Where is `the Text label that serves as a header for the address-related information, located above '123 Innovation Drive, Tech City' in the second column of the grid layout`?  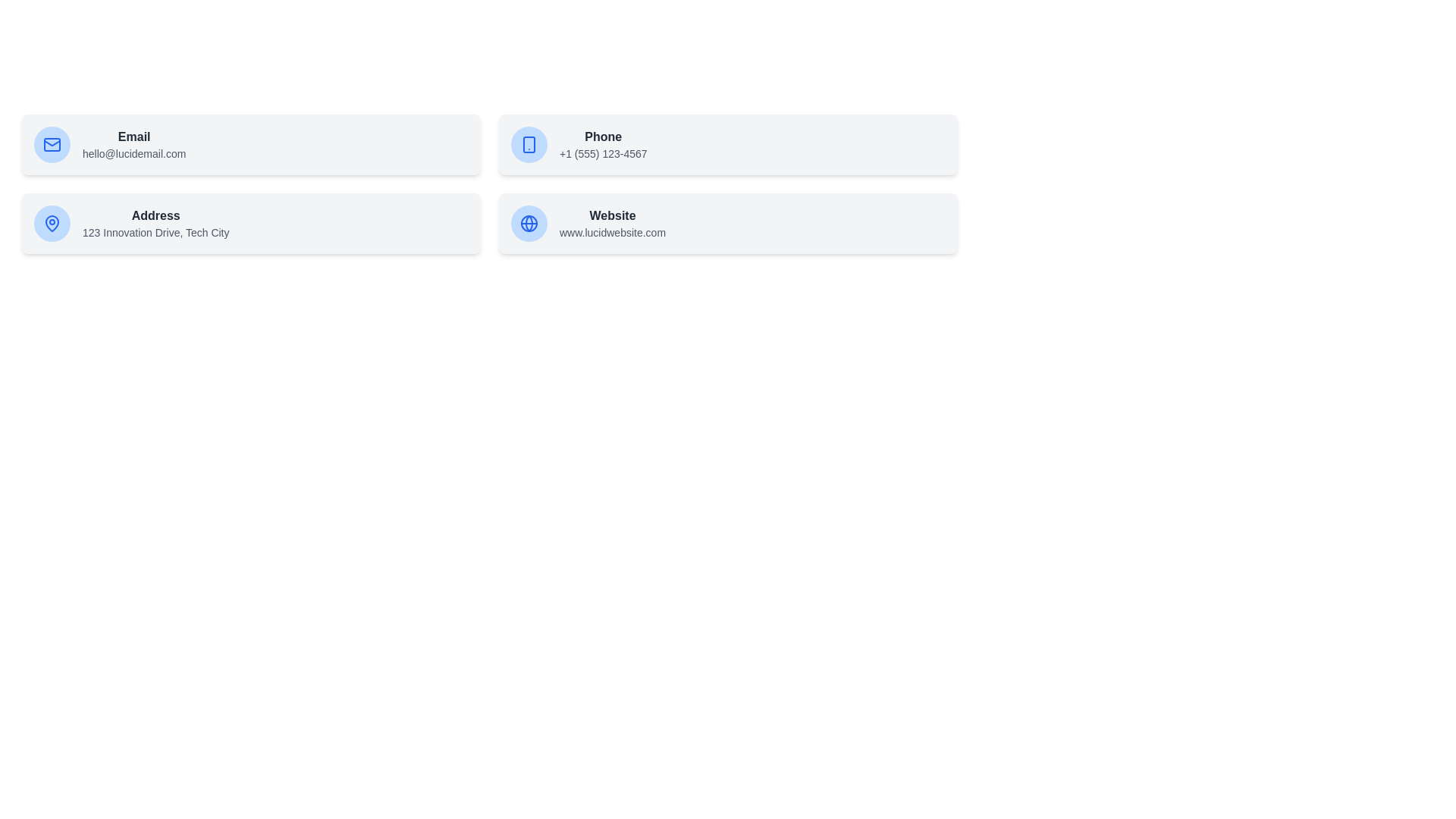 the Text label that serves as a header for the address-related information, located above '123 Innovation Drive, Tech City' in the second column of the grid layout is located at coordinates (155, 216).